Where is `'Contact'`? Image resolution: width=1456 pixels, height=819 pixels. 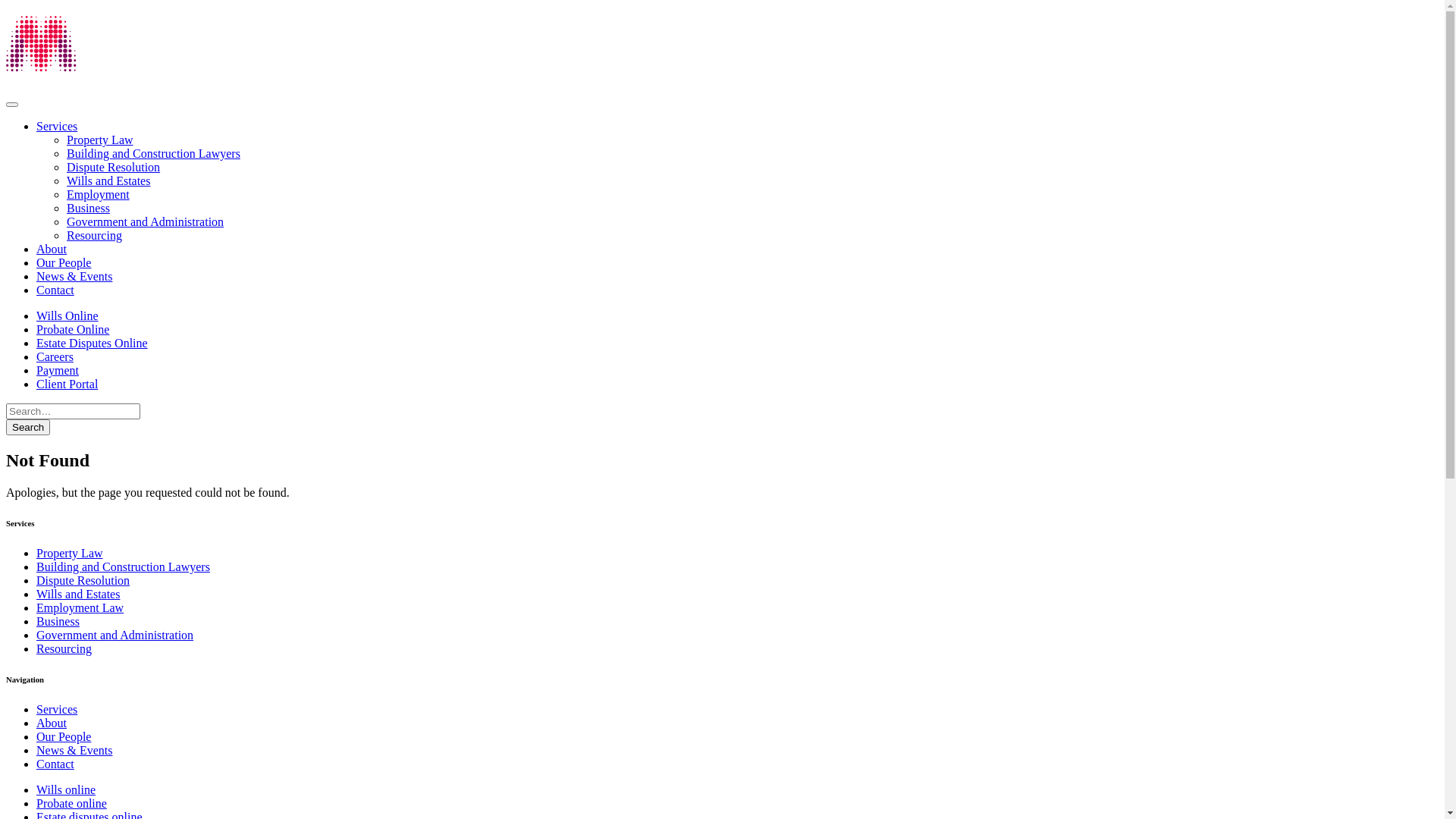
'Contact' is located at coordinates (55, 764).